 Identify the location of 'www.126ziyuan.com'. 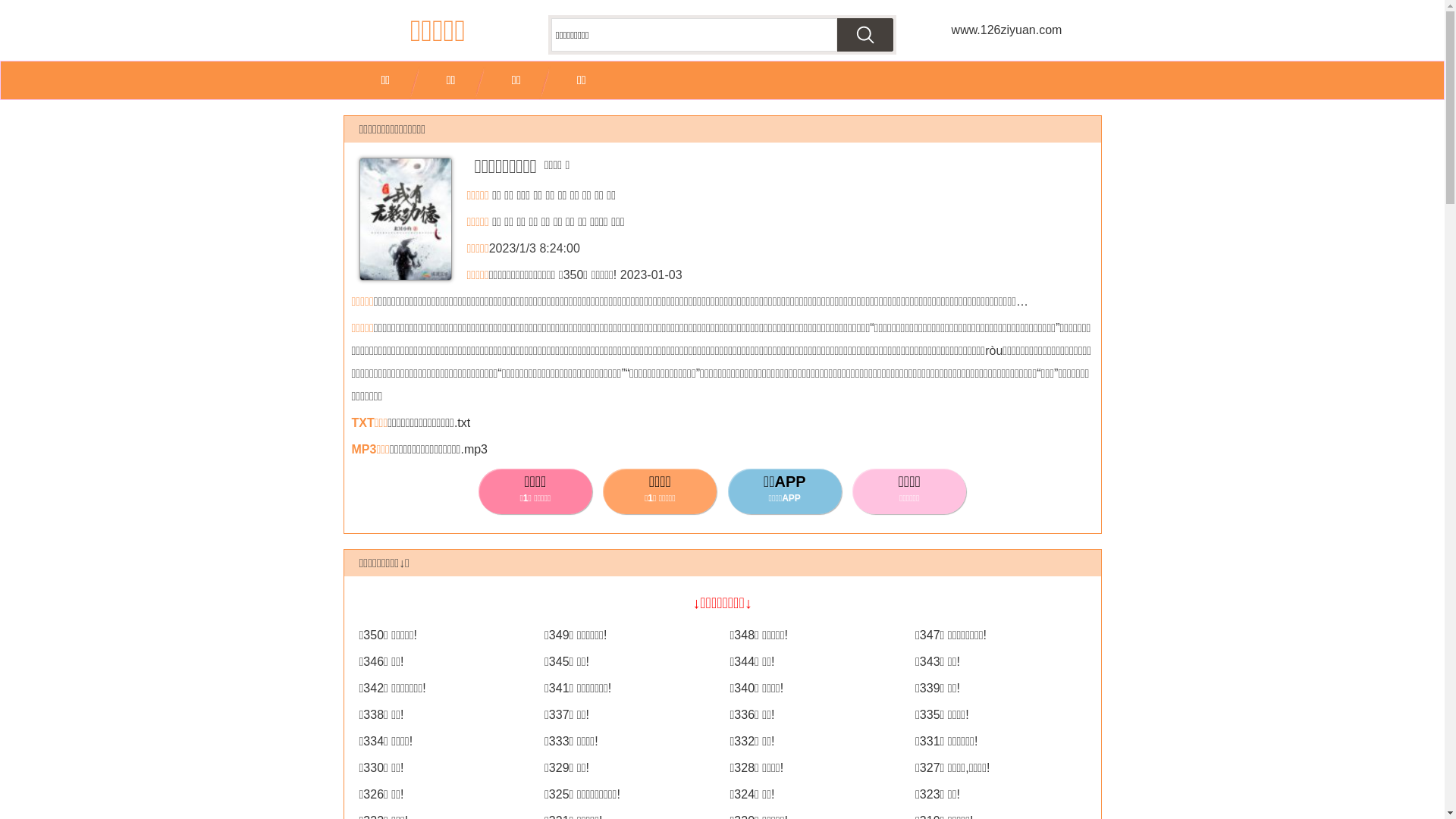
(1006, 30).